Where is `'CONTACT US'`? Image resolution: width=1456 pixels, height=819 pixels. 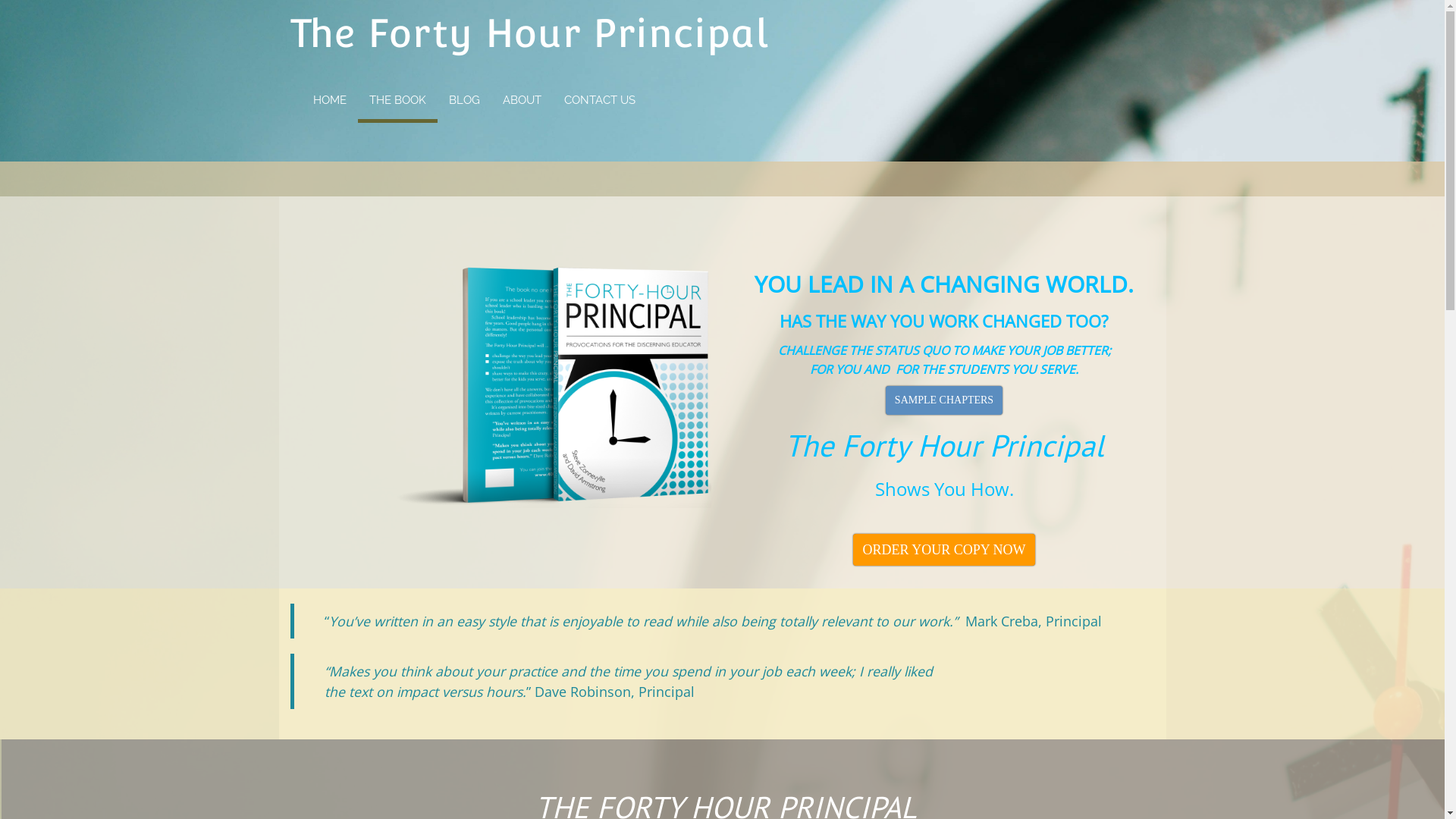 'CONTACT US' is located at coordinates (598, 99).